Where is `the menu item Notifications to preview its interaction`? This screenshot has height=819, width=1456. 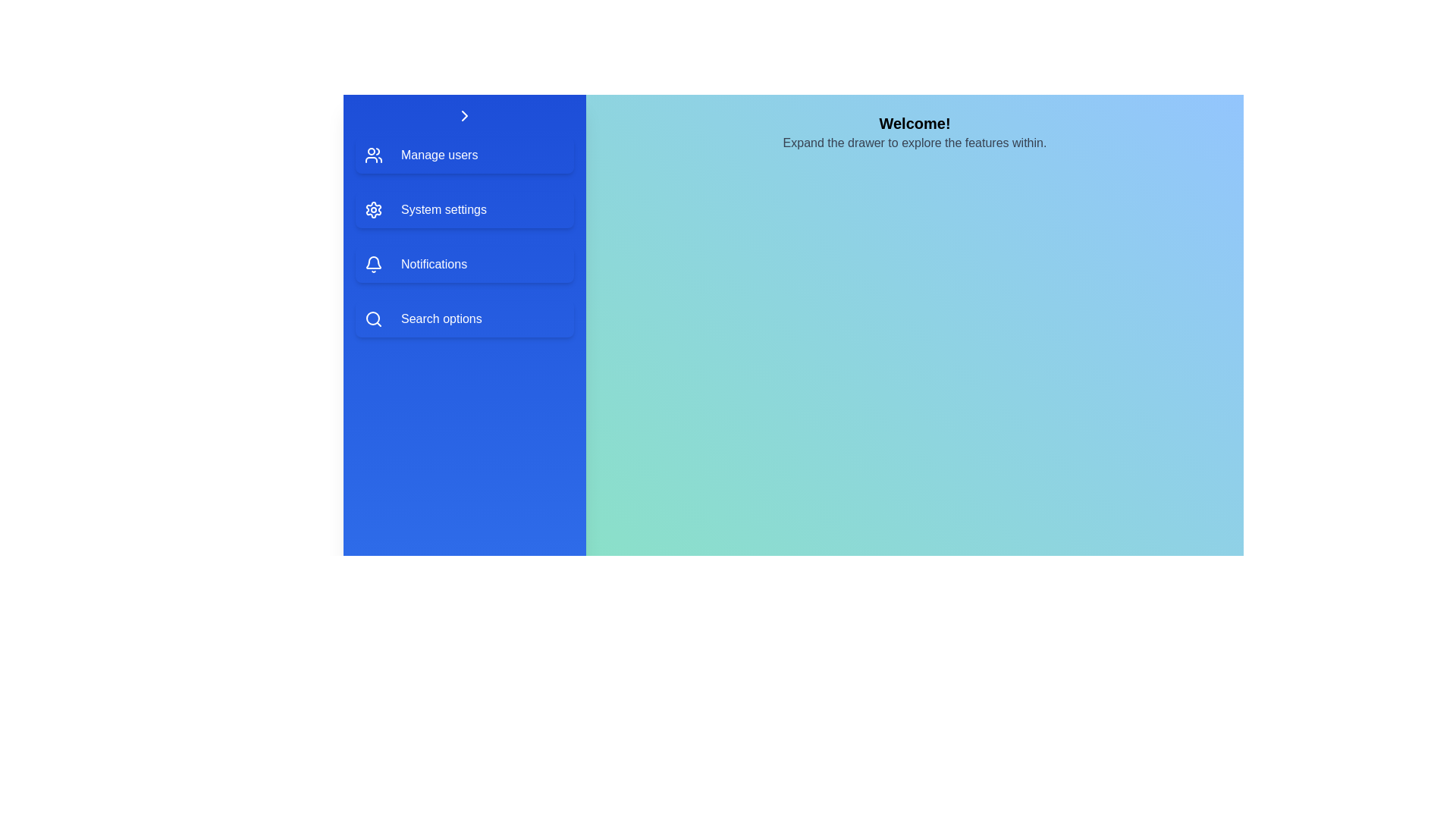
the menu item Notifications to preview its interaction is located at coordinates (464, 263).